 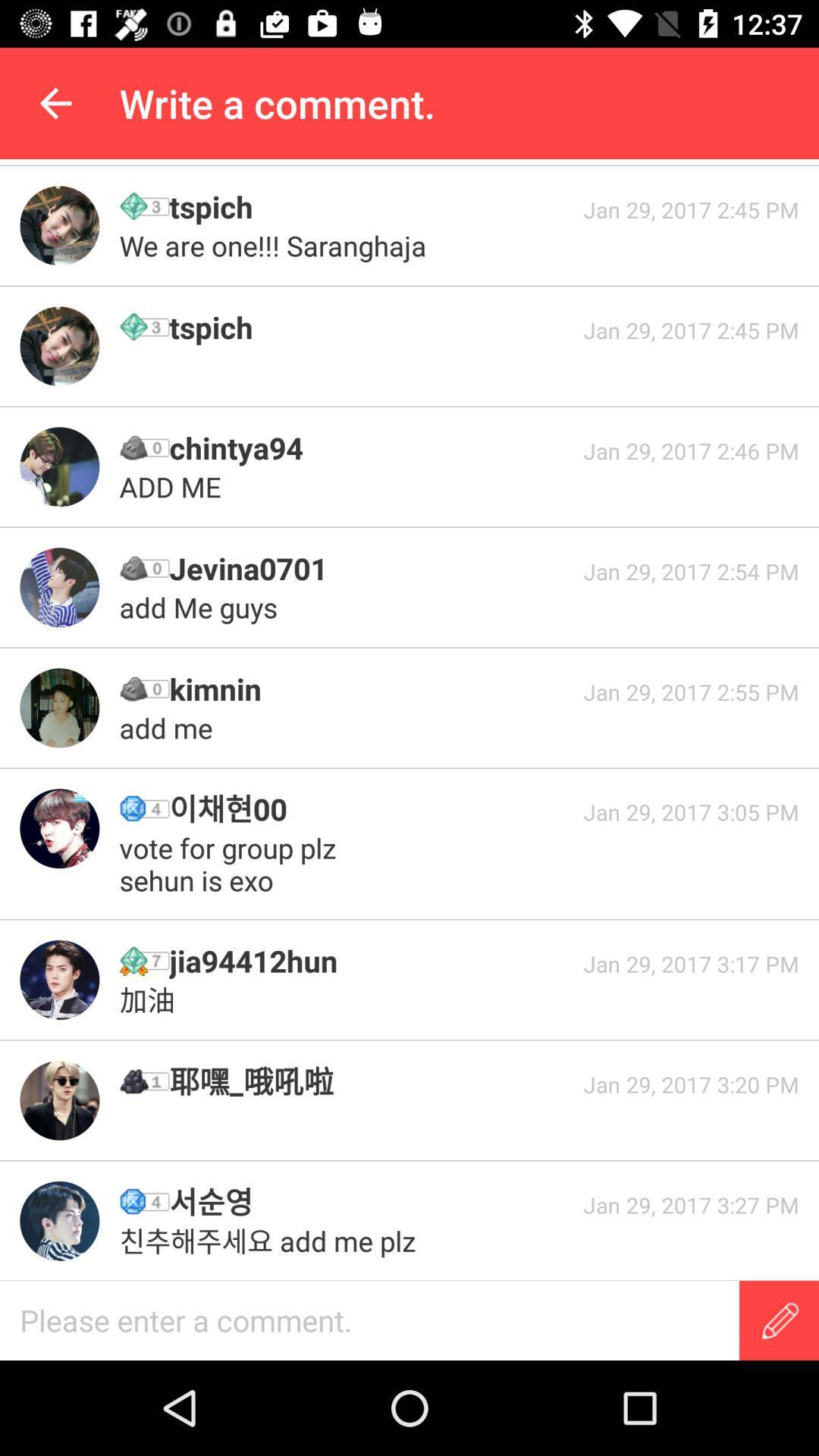 What do you see at coordinates (58, 827) in the screenshot?
I see `profile` at bounding box center [58, 827].